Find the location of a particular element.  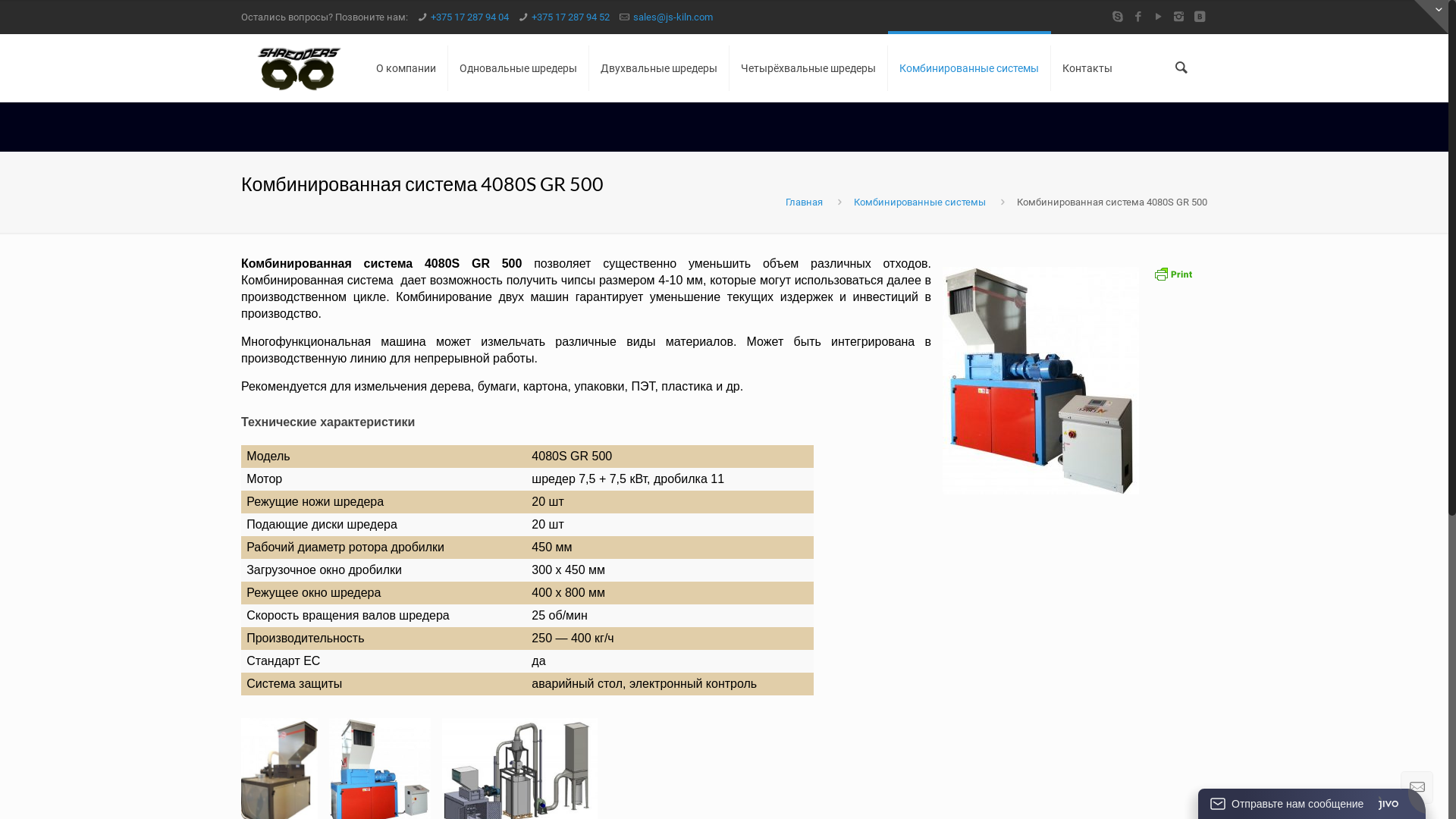

'Shredders.by' is located at coordinates (299, 67).